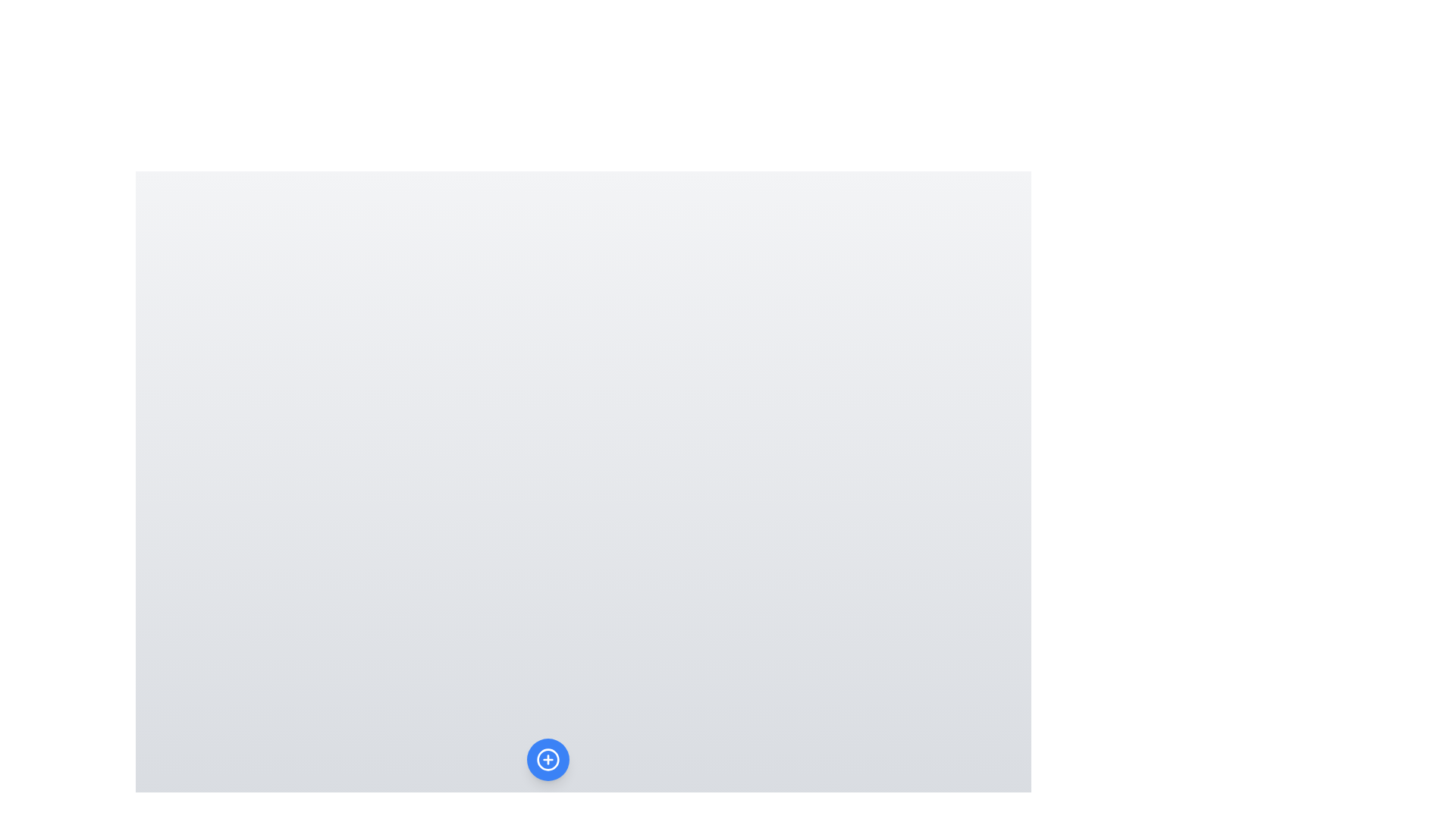  I want to click on the main button to toggle the menu visibility, so click(548, 760).